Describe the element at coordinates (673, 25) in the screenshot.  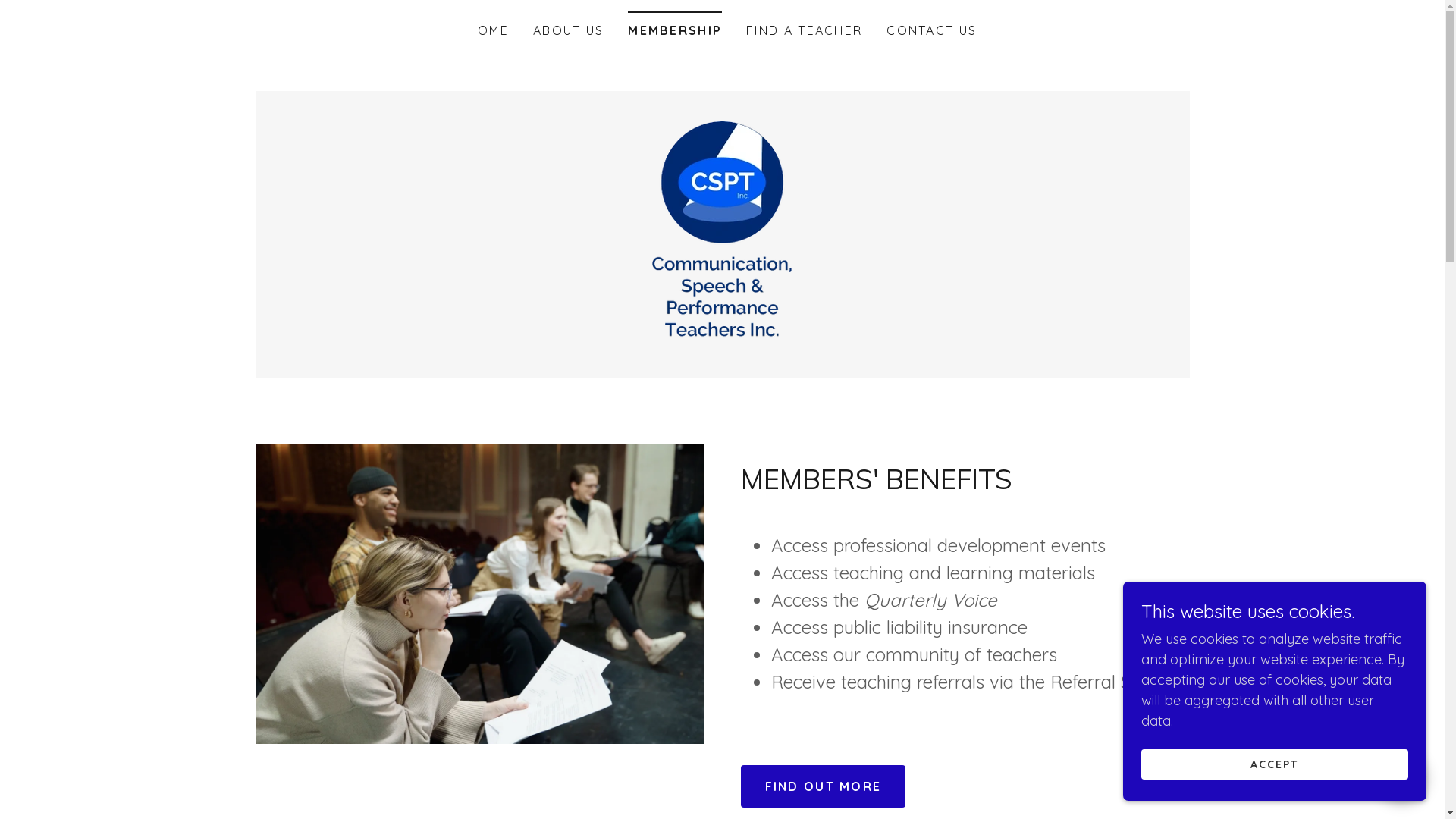
I see `'MEMBERSHIP'` at that location.